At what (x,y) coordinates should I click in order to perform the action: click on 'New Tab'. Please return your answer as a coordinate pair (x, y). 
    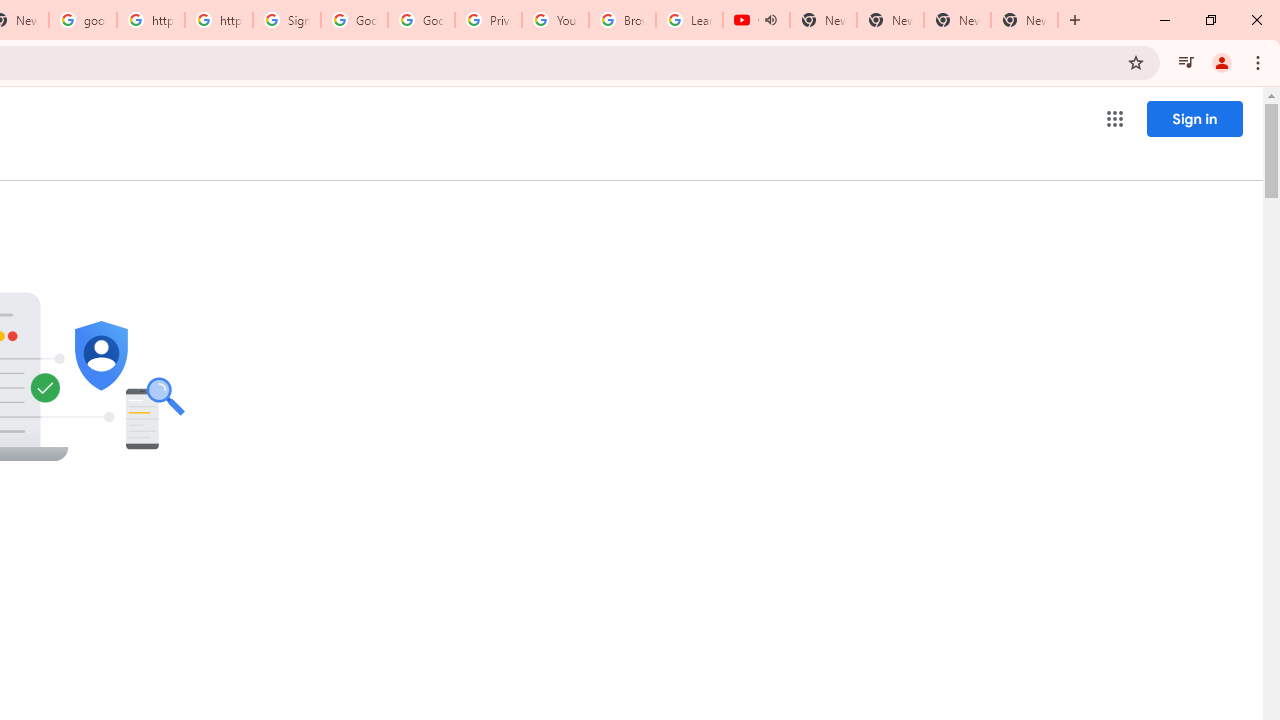
    Looking at the image, I should click on (1024, 20).